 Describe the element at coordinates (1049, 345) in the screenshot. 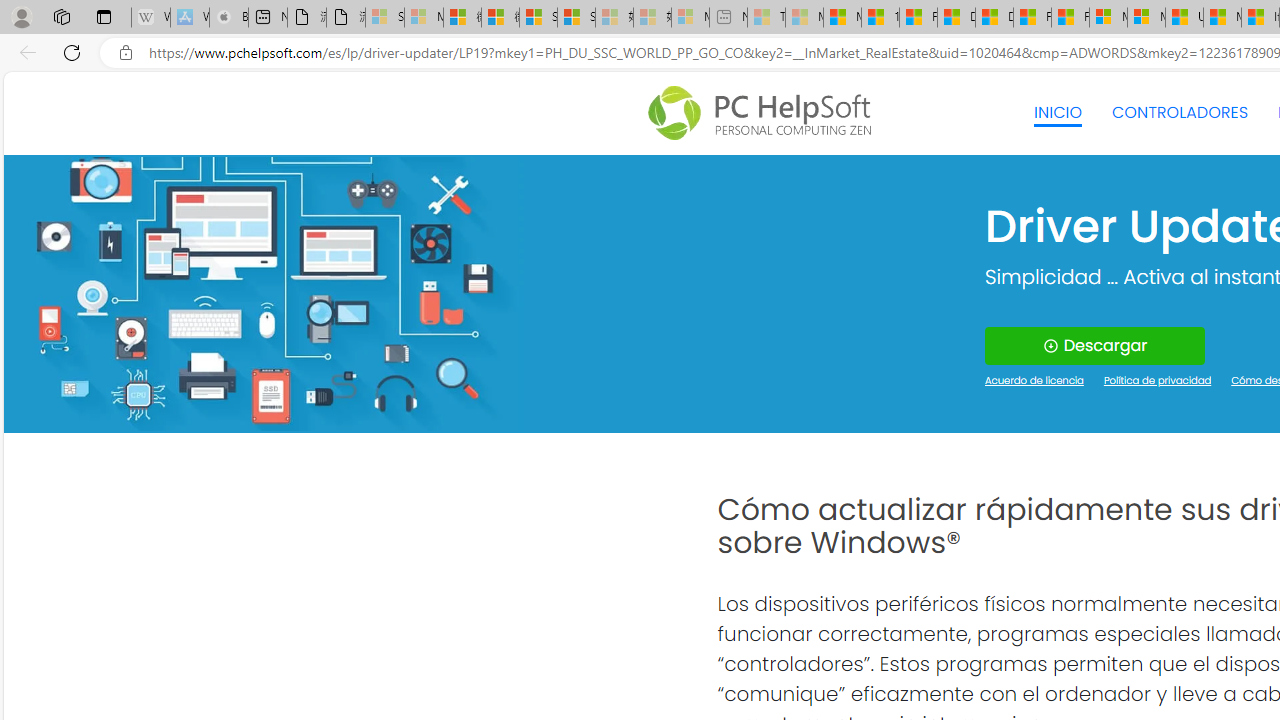

I see `'Download Icon'` at that location.